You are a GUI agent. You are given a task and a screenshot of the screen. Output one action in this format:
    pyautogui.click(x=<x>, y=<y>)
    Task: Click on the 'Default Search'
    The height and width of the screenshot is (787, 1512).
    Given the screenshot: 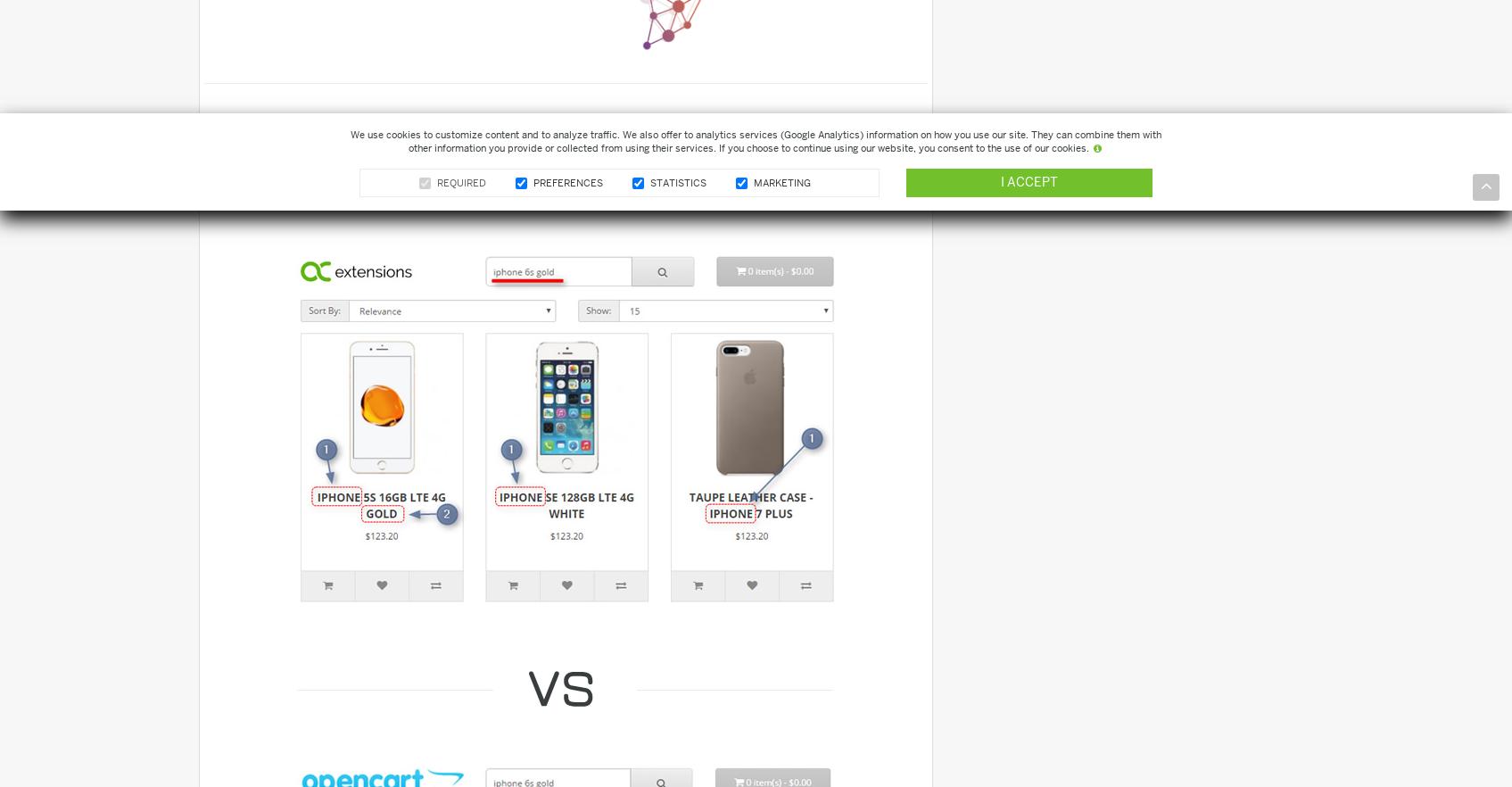 What is the action you would take?
    pyautogui.click(x=656, y=128)
    